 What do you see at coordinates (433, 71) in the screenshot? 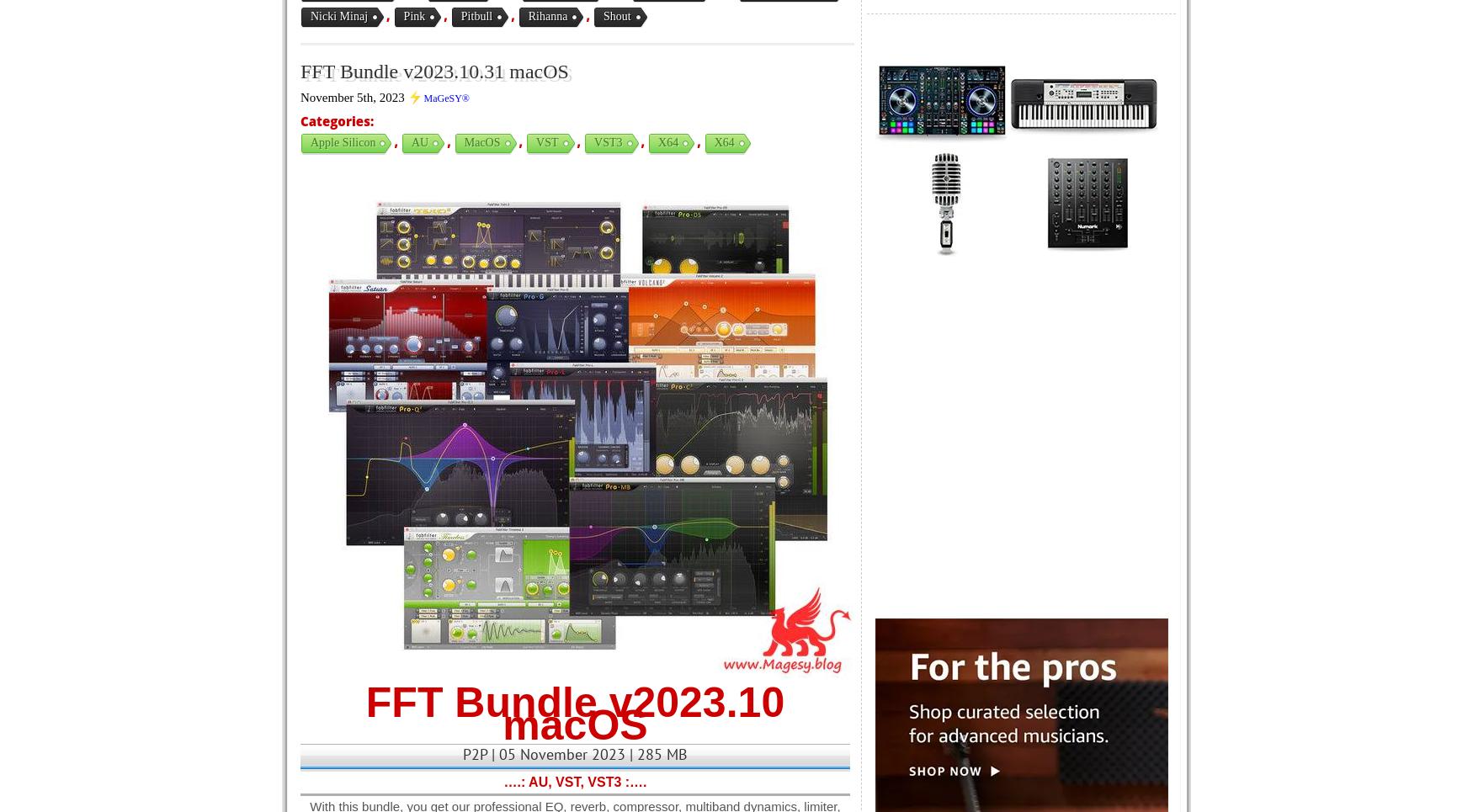
I see `'FFT Bundle v2023.10.31 macOS'` at bounding box center [433, 71].